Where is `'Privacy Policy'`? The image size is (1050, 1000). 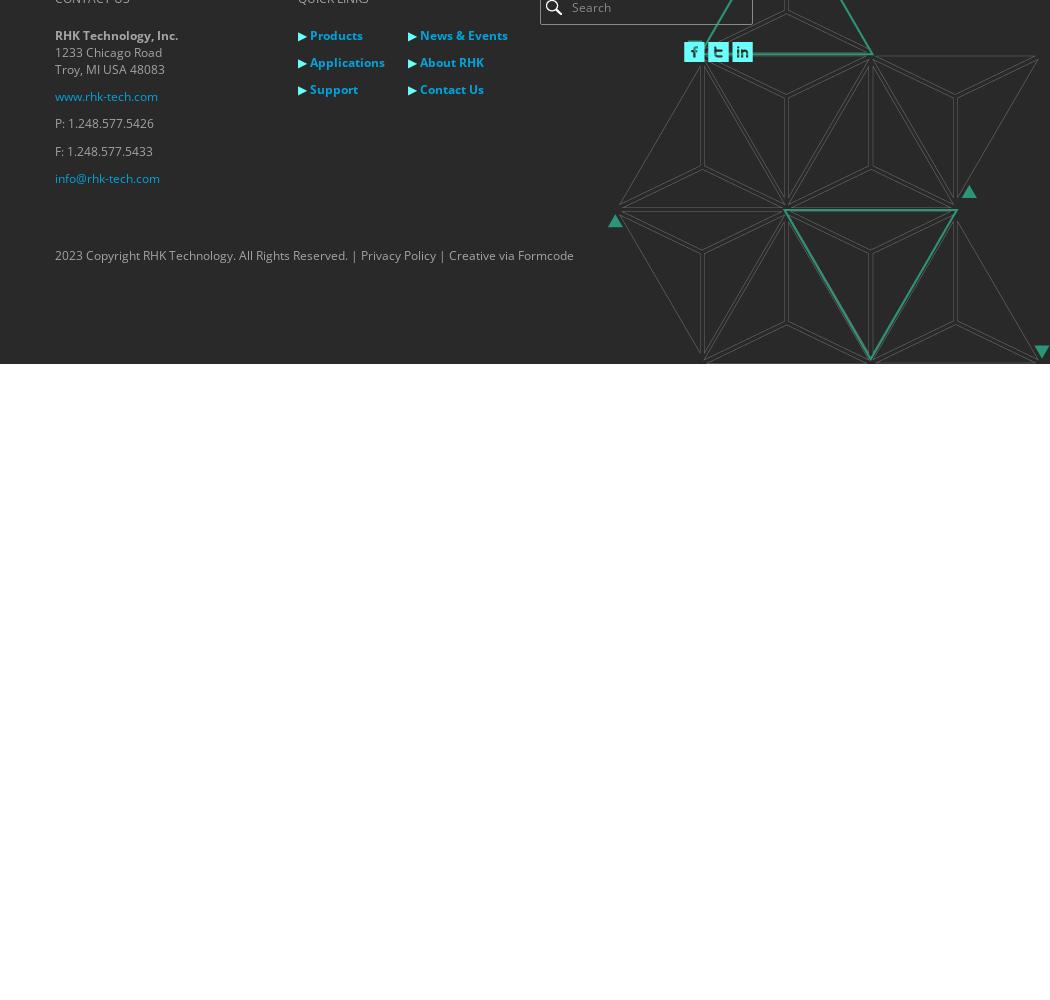 'Privacy Policy' is located at coordinates (398, 254).